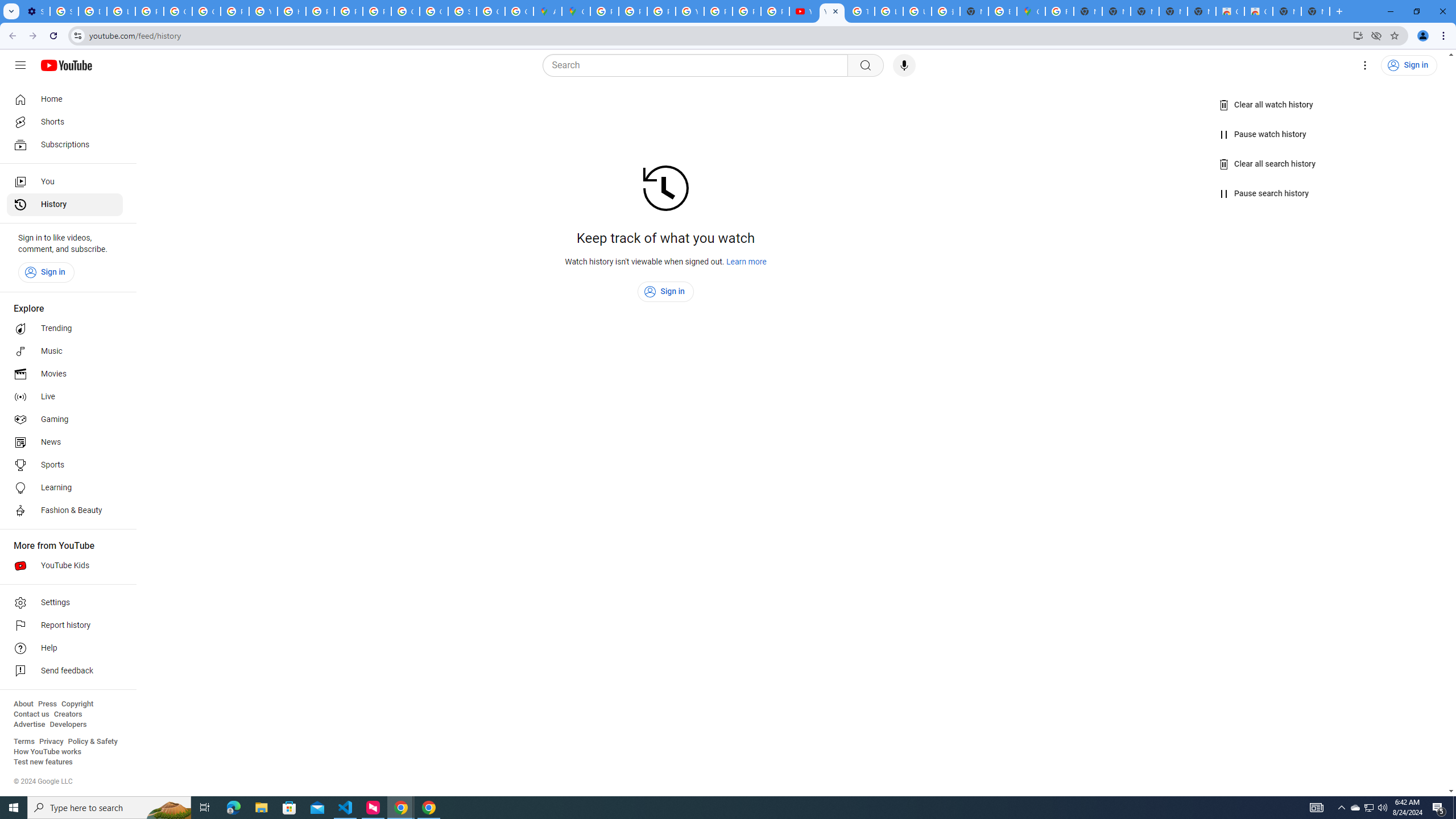 This screenshot has height=819, width=1456. Describe the element at coordinates (42, 761) in the screenshot. I see `'Test new features'` at that location.